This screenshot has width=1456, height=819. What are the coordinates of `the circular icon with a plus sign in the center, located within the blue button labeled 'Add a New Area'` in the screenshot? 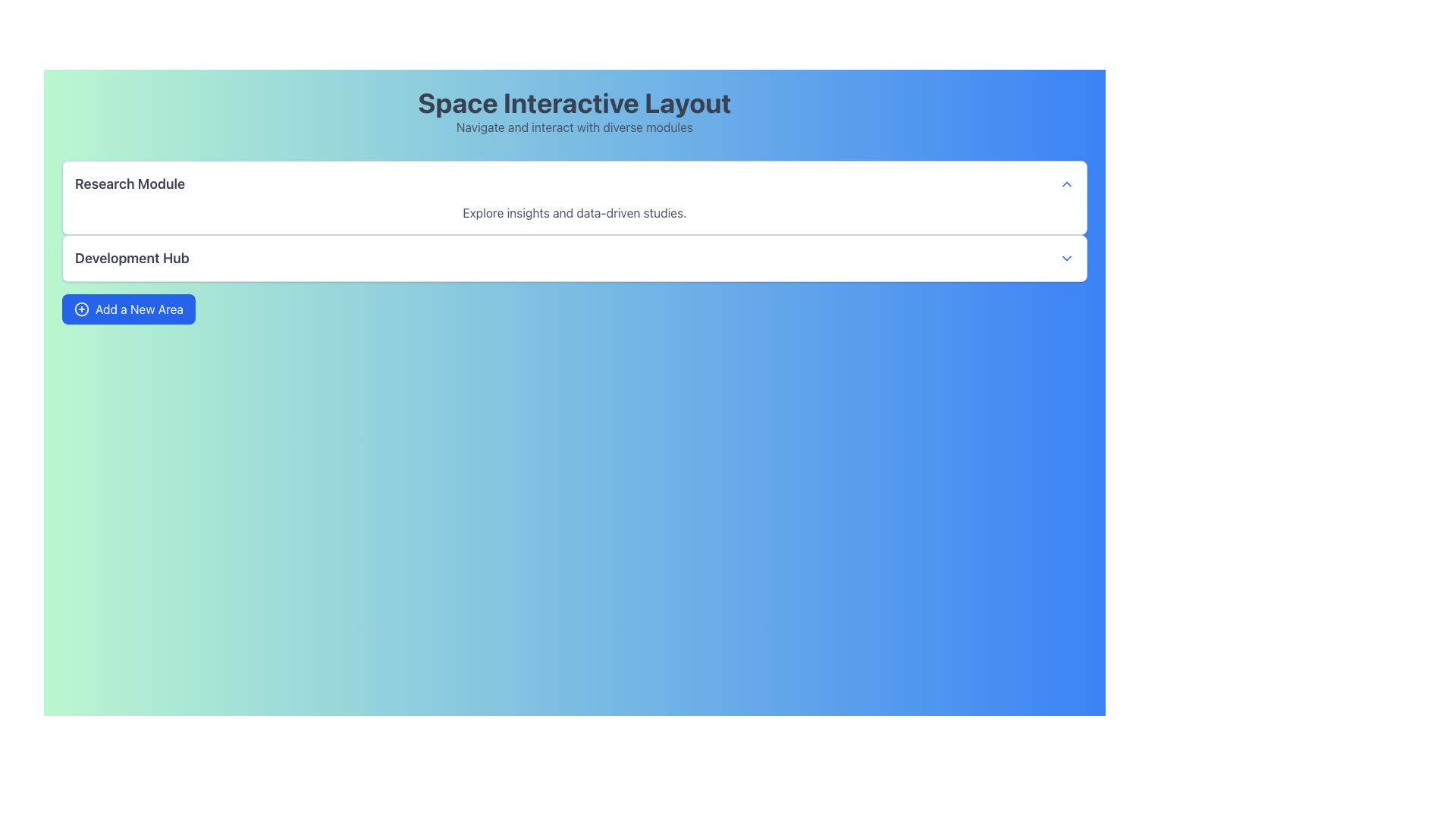 It's located at (81, 309).